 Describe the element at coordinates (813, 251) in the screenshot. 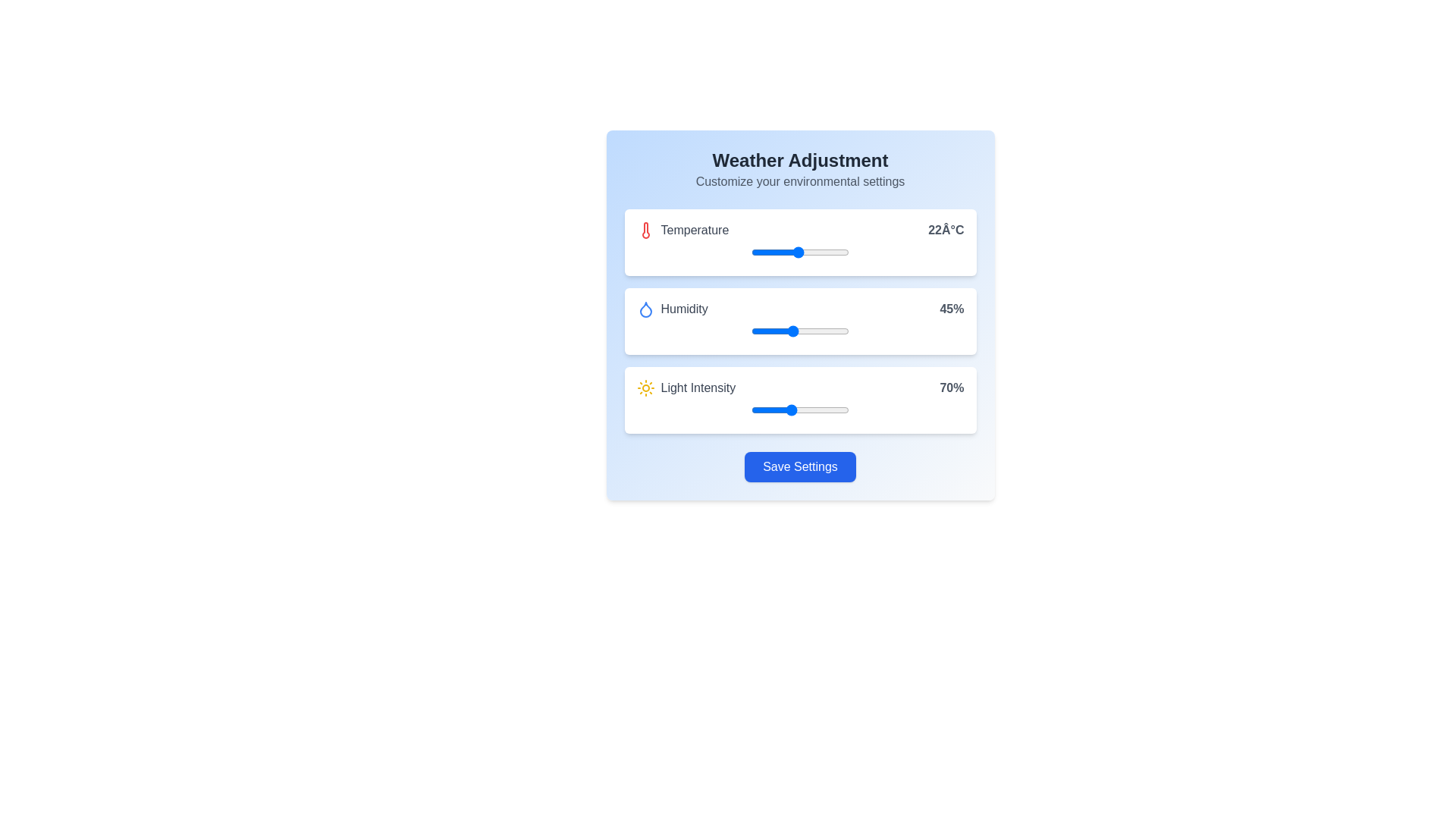

I see `the temperature slider` at that location.